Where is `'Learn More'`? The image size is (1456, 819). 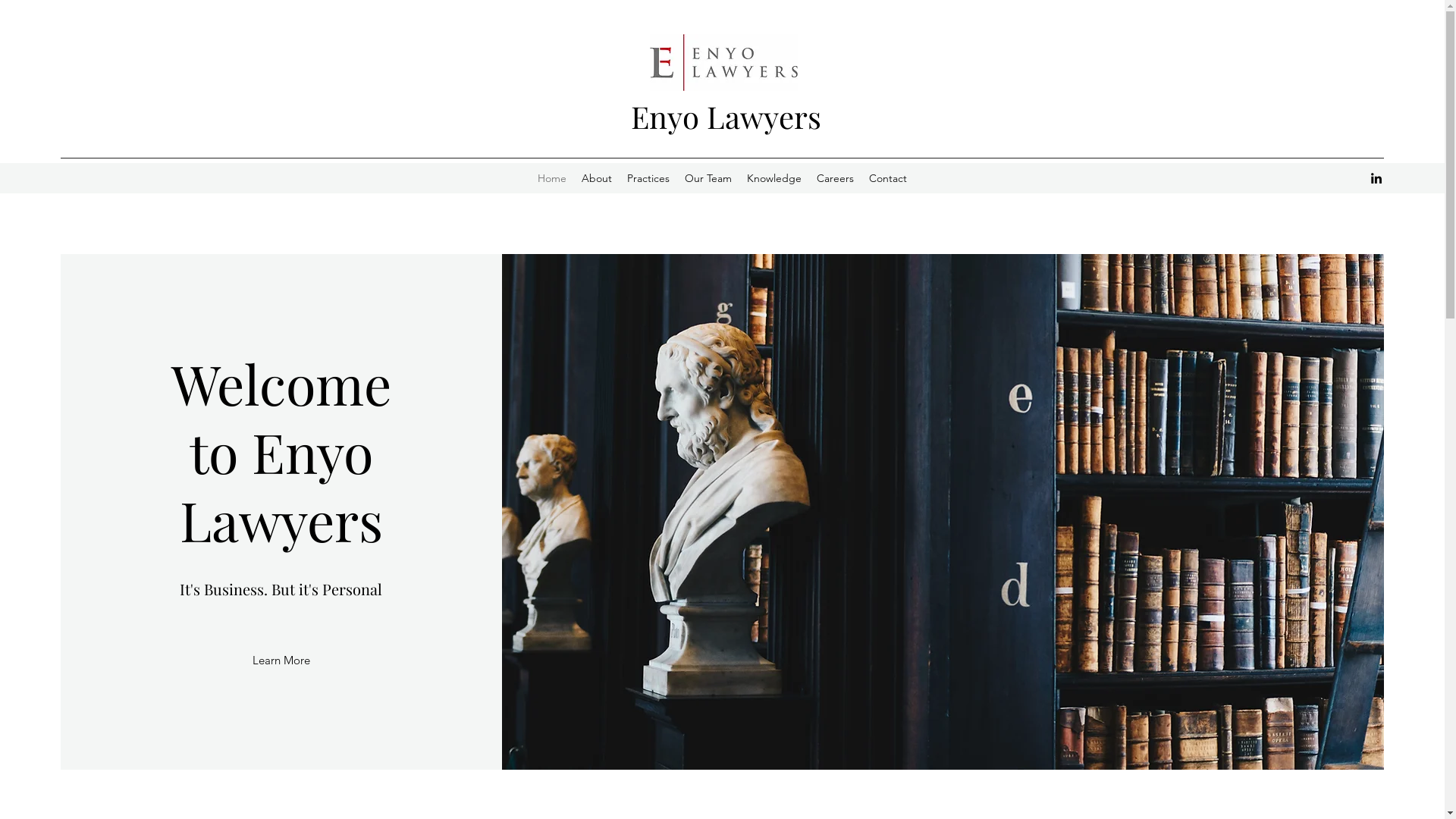 'Learn More' is located at coordinates (252, 660).